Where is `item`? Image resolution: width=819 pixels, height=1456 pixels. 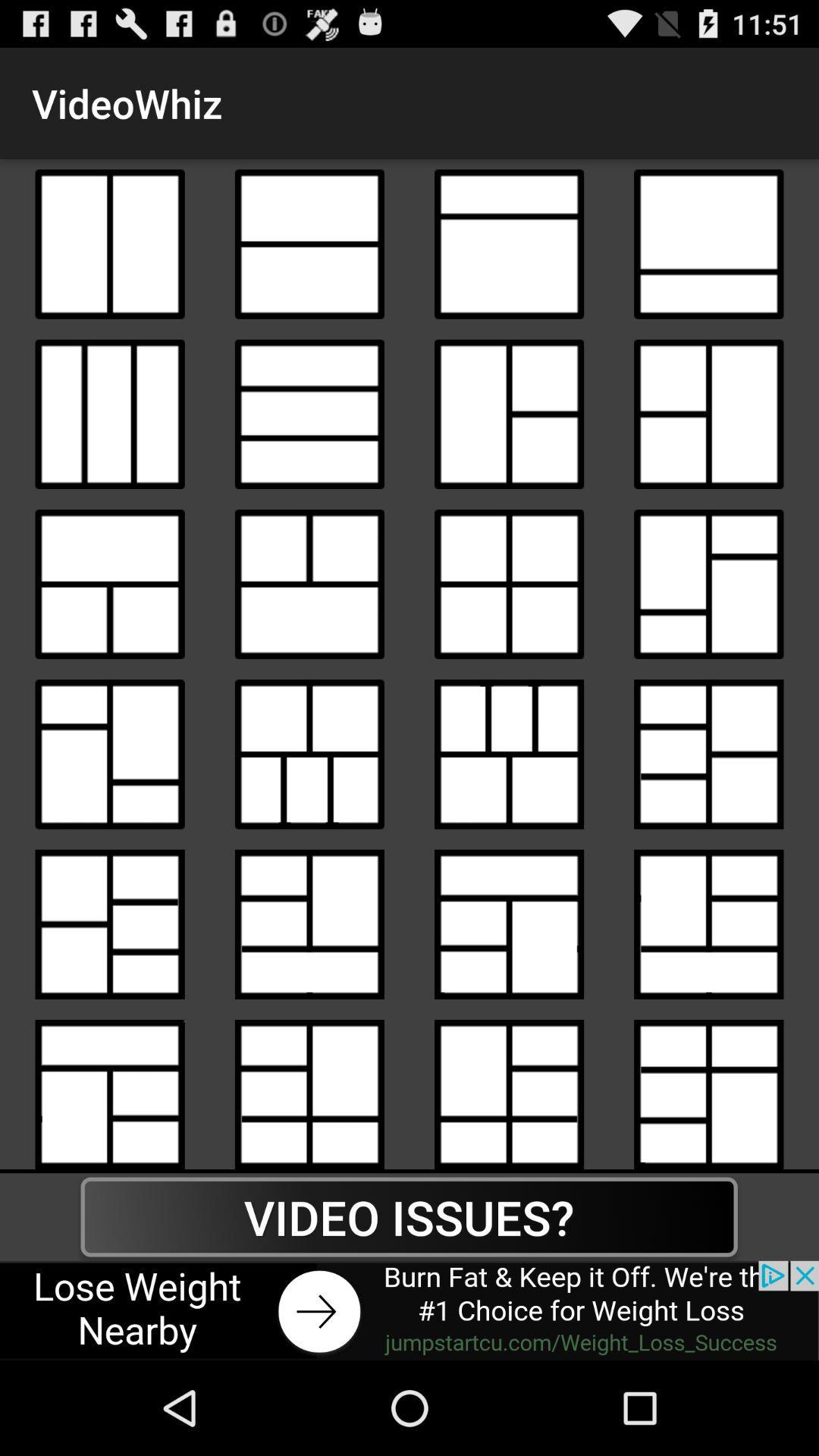
item is located at coordinates (708, 244).